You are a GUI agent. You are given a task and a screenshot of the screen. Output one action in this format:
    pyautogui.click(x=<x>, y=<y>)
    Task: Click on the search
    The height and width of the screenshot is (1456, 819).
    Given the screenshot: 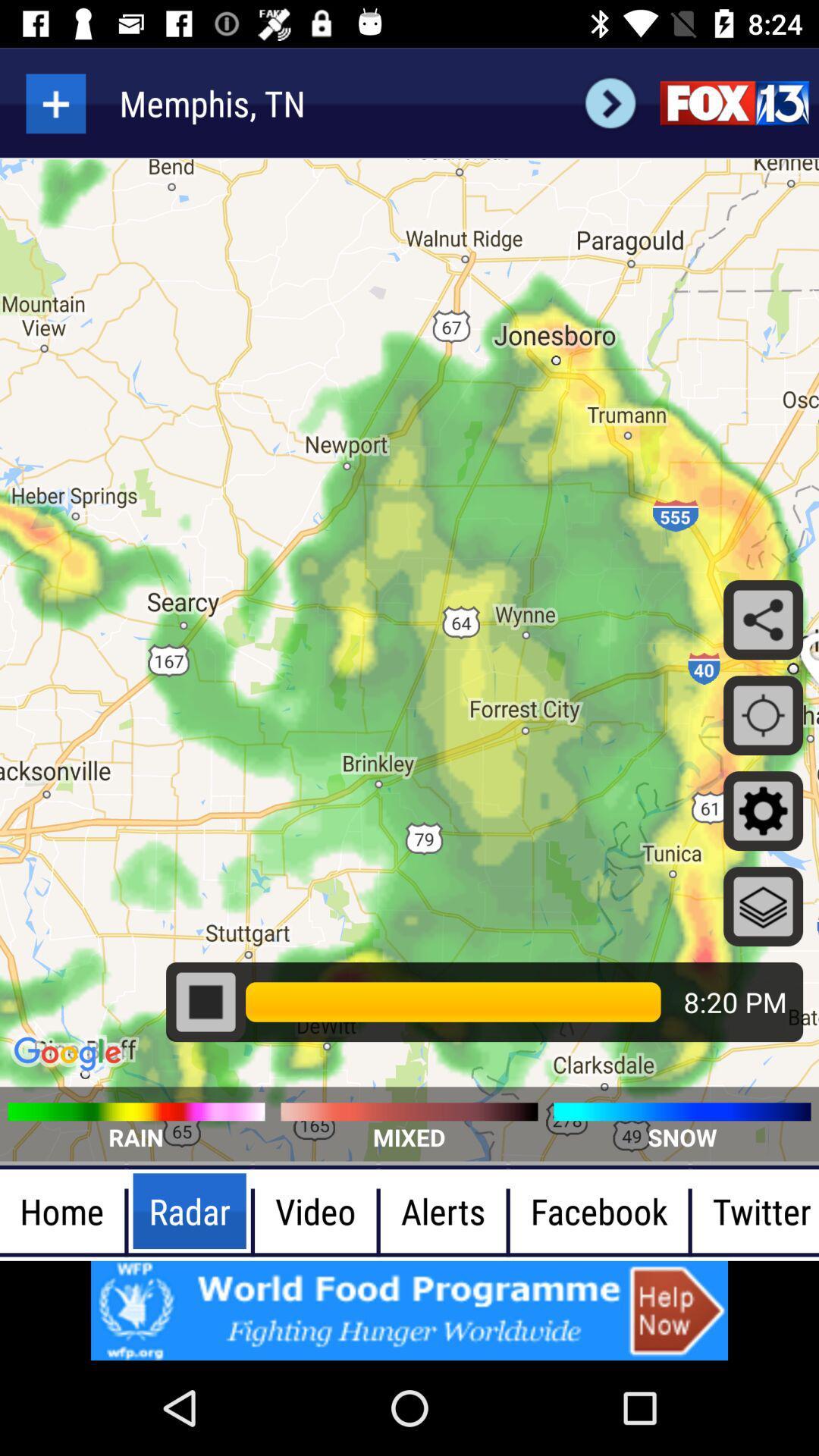 What is the action you would take?
    pyautogui.click(x=610, y=102)
    